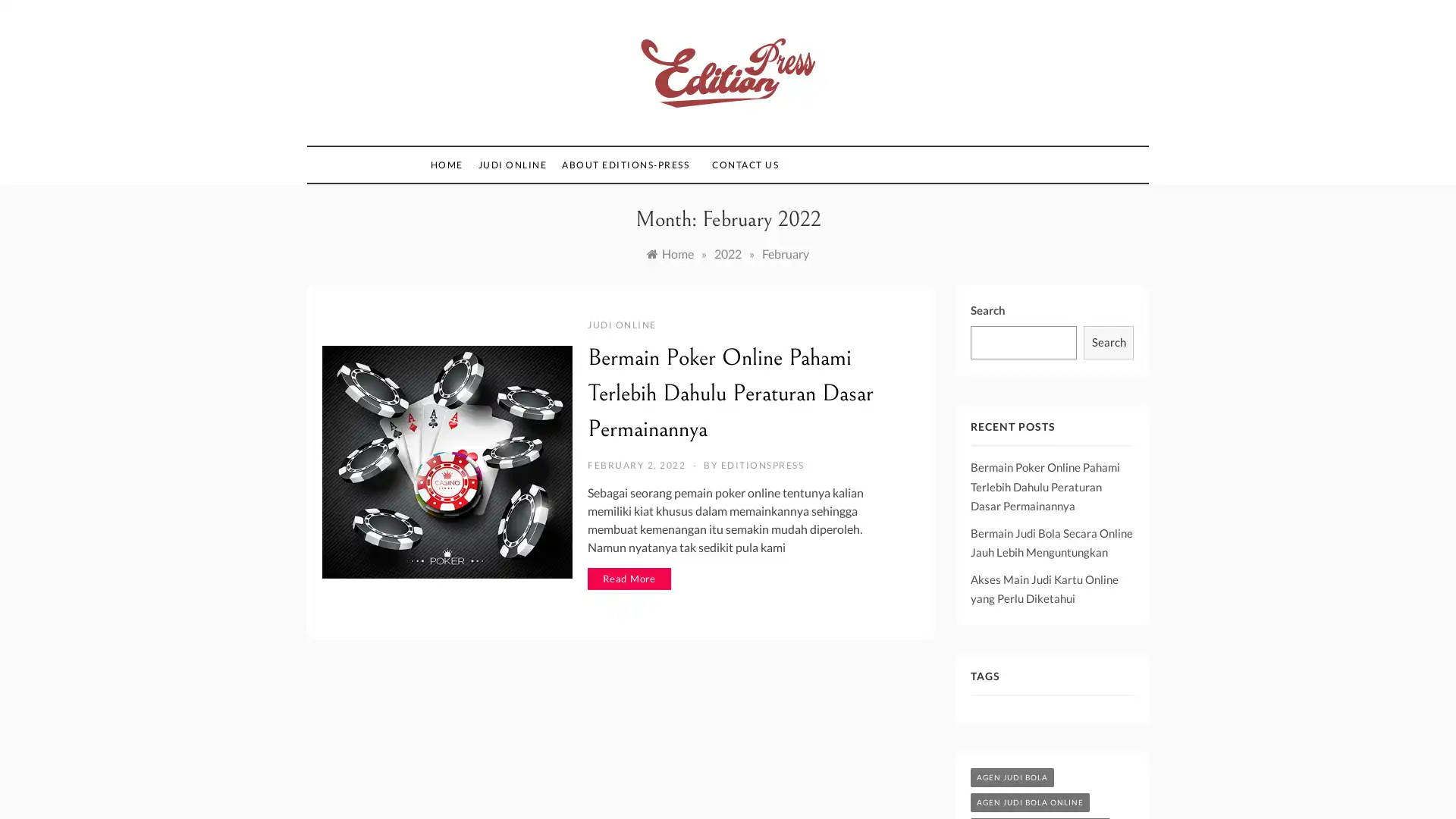  I want to click on Search, so click(1109, 342).